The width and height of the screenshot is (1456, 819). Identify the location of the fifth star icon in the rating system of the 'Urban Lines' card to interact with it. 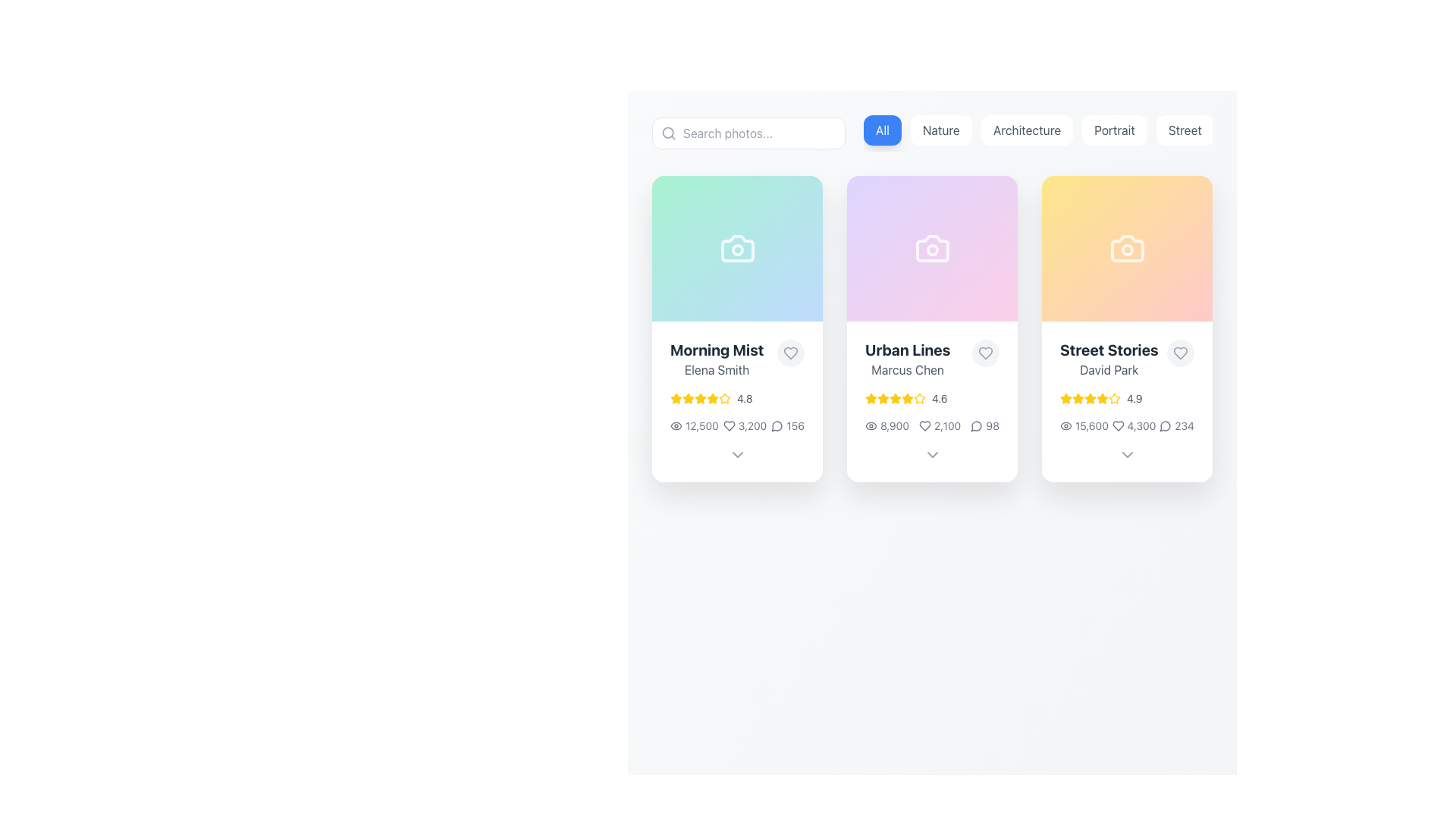
(919, 397).